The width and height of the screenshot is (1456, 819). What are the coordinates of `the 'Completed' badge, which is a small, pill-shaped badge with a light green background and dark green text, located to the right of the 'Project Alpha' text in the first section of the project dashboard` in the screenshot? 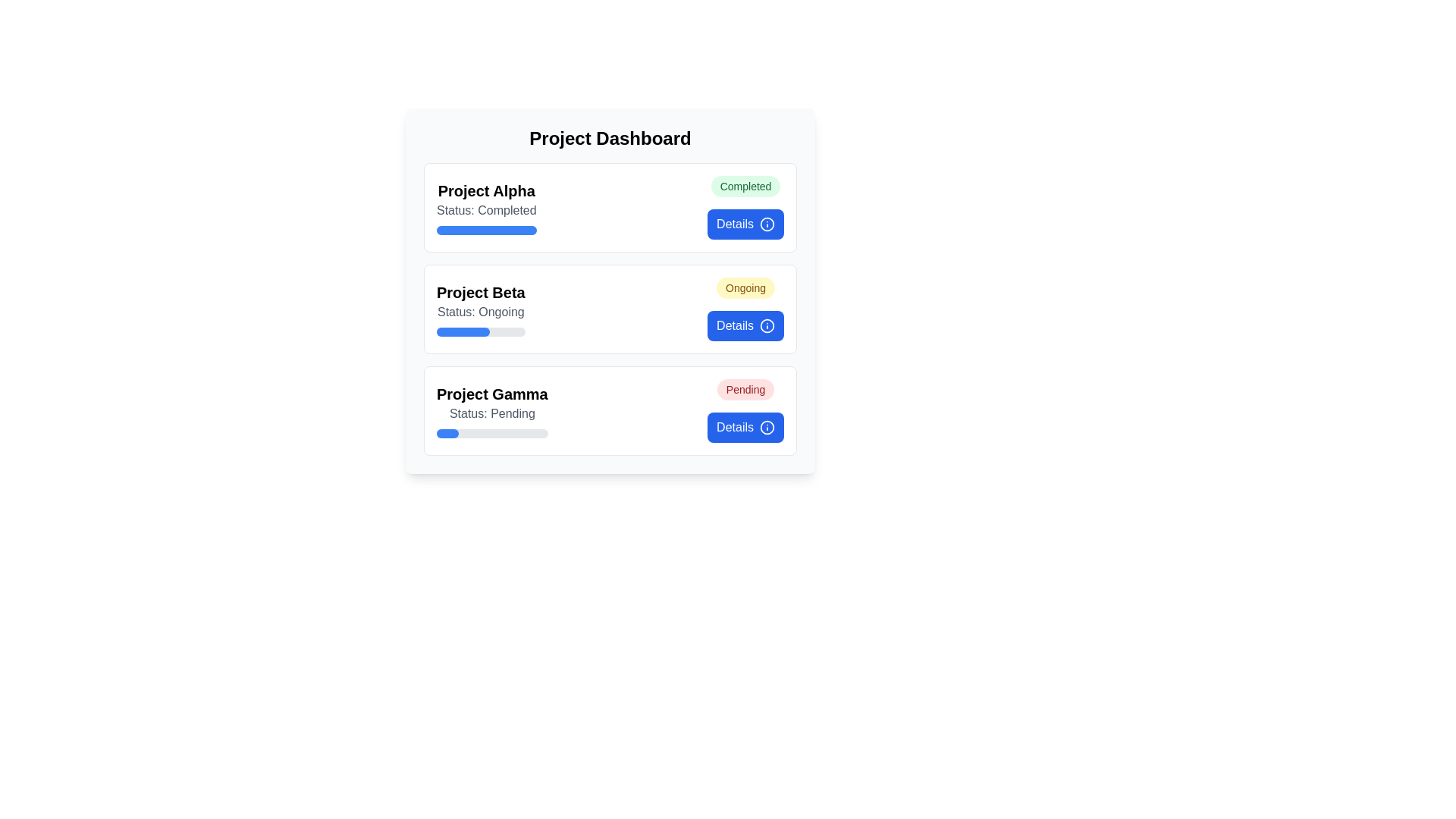 It's located at (745, 186).